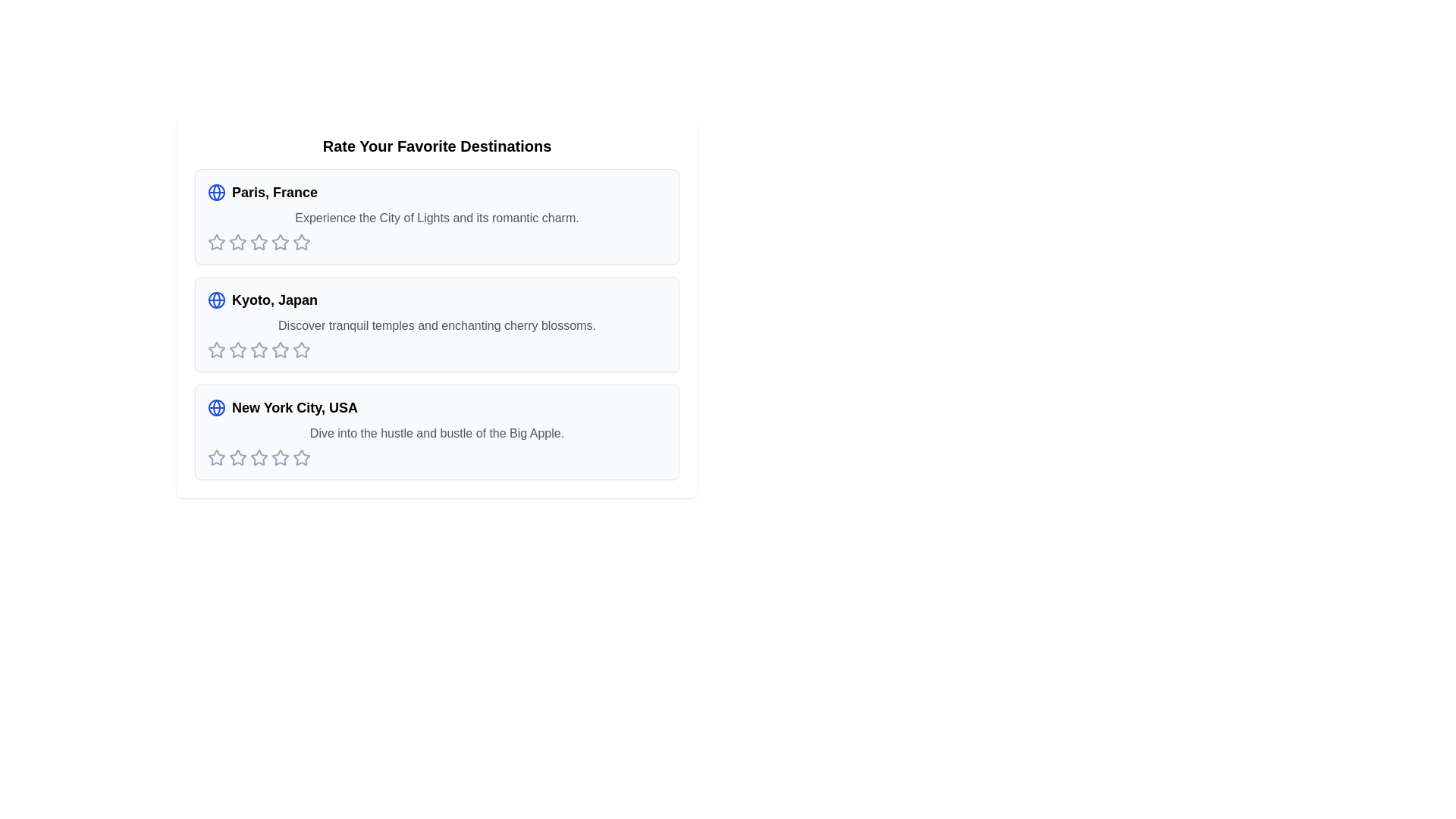 This screenshot has height=819, width=1456. Describe the element at coordinates (280, 350) in the screenshot. I see `the second star-shaped IconButton under the 'Kyoto, Japan' section for keyboard interaction` at that location.